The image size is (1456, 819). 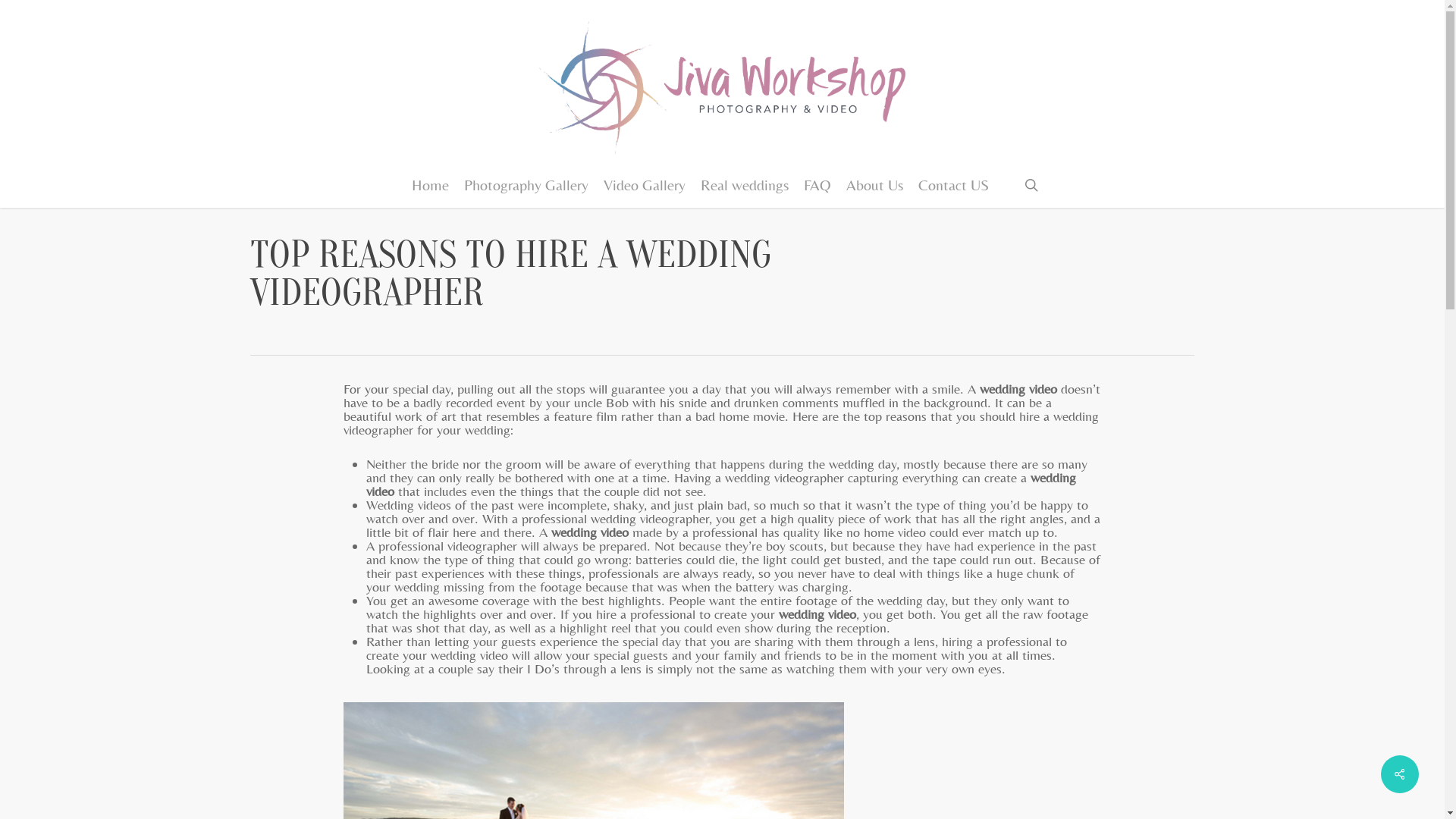 I want to click on 'FAQ', so click(x=817, y=184).